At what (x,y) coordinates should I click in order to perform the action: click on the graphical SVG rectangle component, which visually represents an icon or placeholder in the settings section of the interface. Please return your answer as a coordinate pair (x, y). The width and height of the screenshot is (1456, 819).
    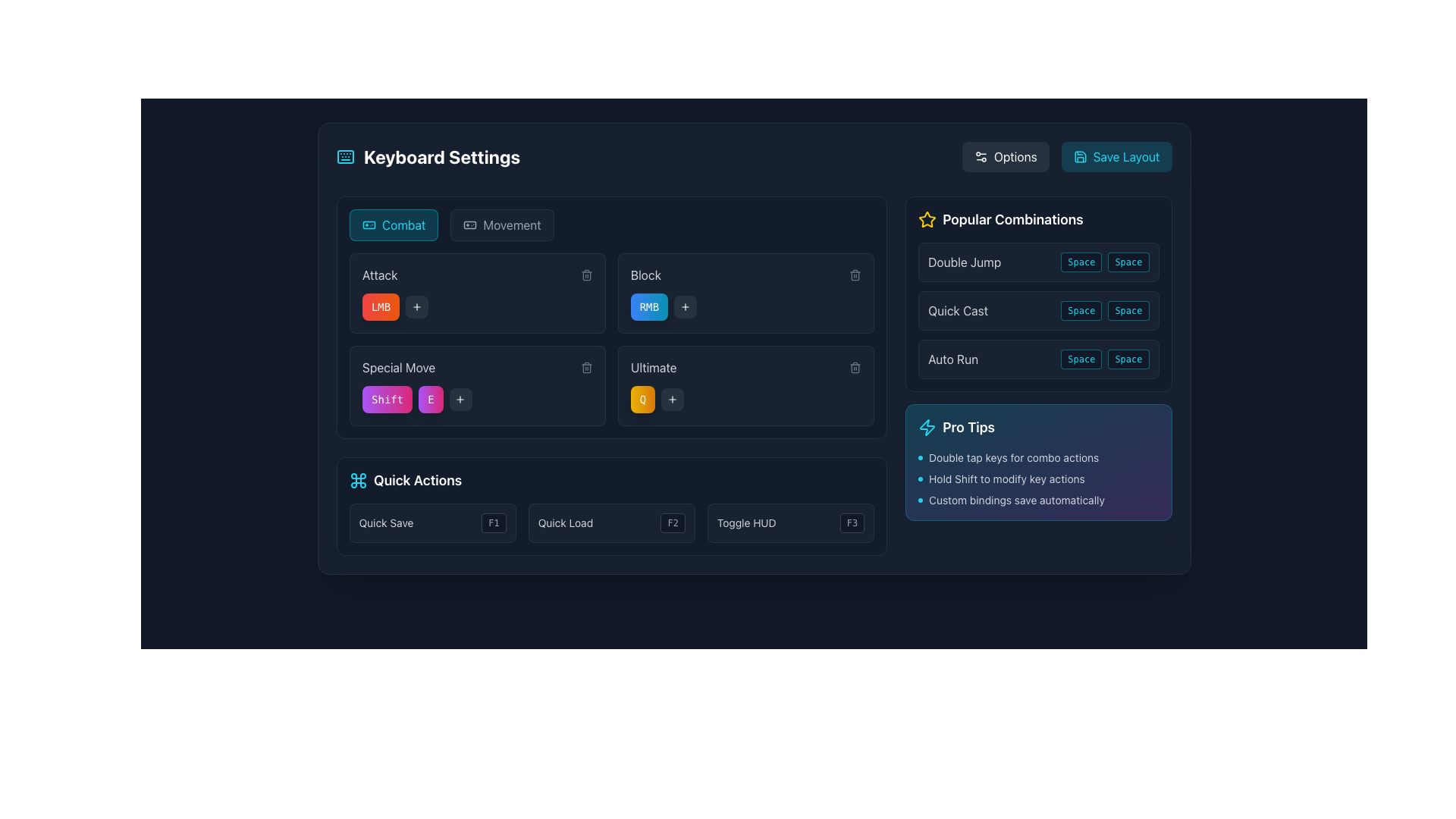
    Looking at the image, I should click on (369, 225).